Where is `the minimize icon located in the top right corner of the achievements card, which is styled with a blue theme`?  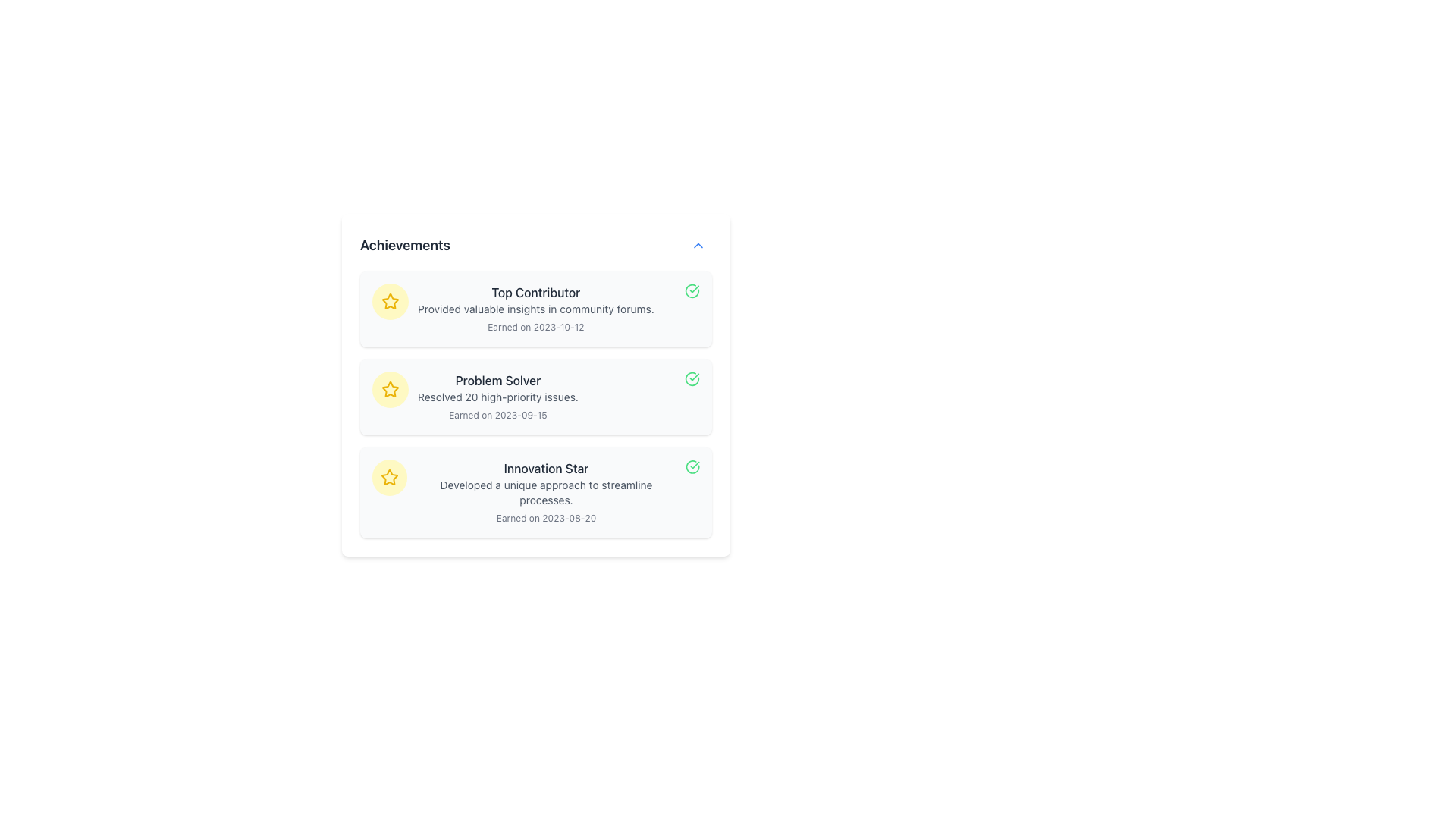
the minimize icon located in the top right corner of the achievements card, which is styled with a blue theme is located at coordinates (698, 245).